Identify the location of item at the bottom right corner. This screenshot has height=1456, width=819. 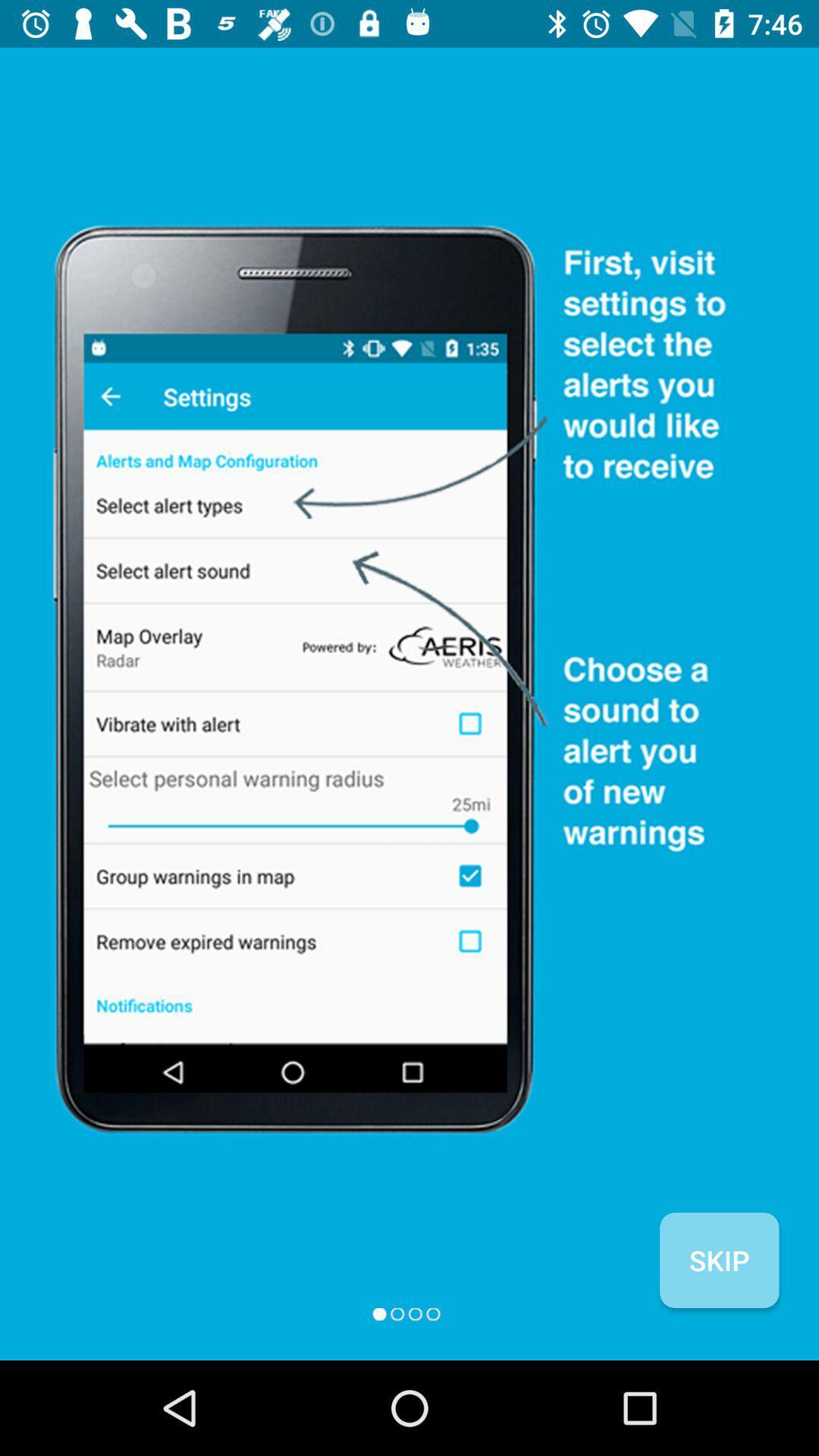
(718, 1260).